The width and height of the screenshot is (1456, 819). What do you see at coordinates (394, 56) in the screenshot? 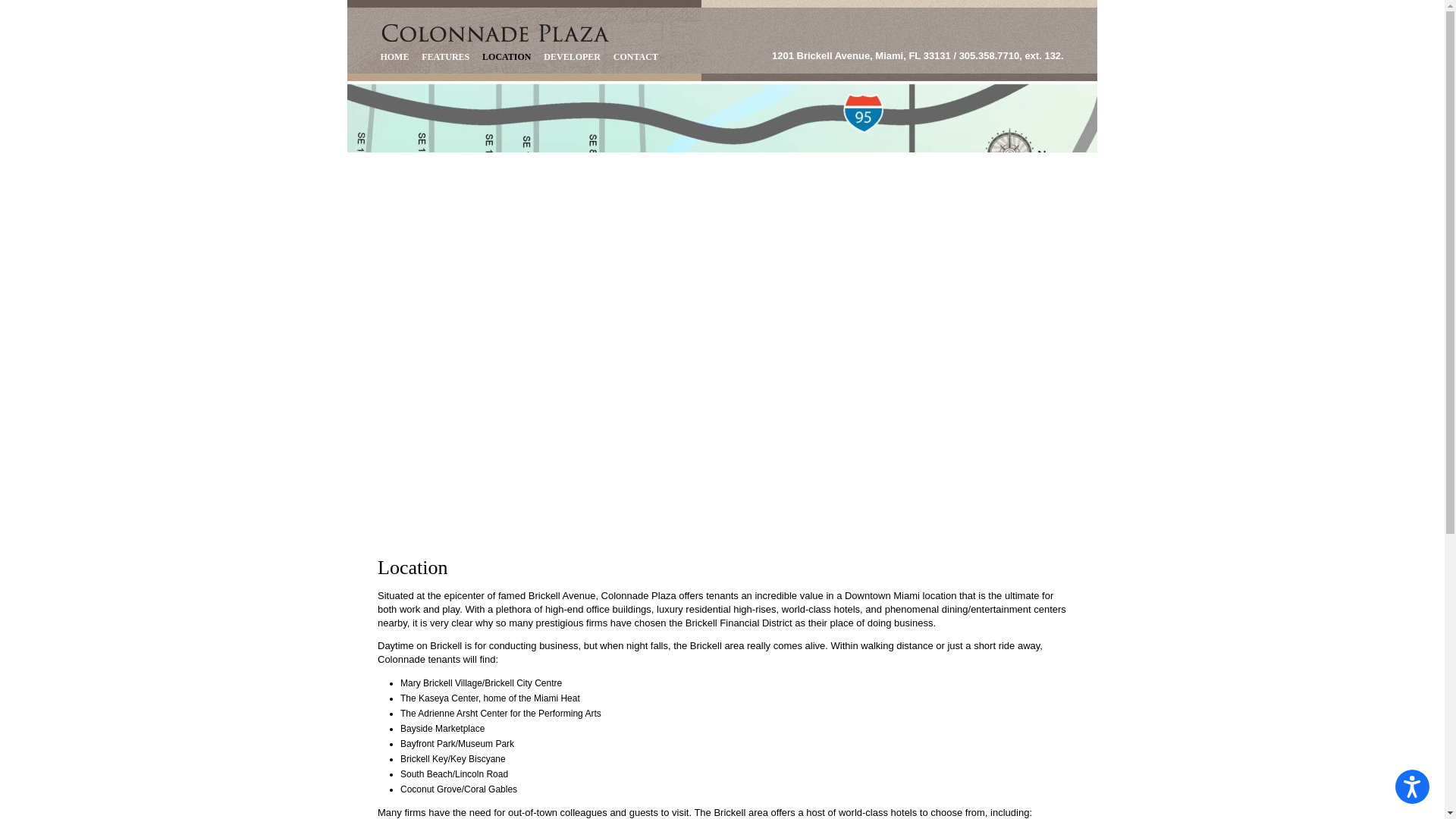
I see `'HOME'` at bounding box center [394, 56].